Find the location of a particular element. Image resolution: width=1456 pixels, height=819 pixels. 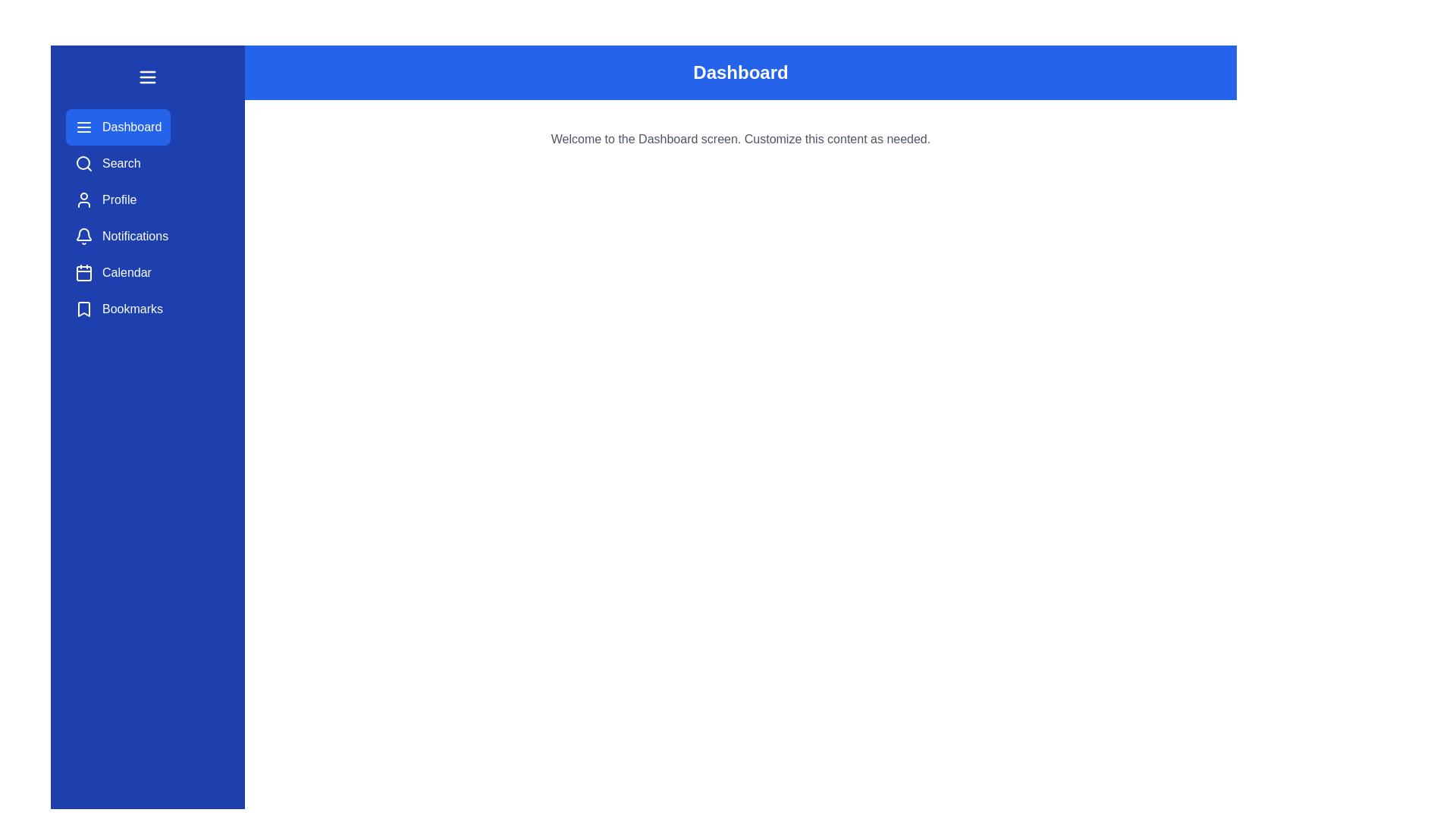

the user silhouette icon in the sidebar navigation menu is located at coordinates (83, 199).